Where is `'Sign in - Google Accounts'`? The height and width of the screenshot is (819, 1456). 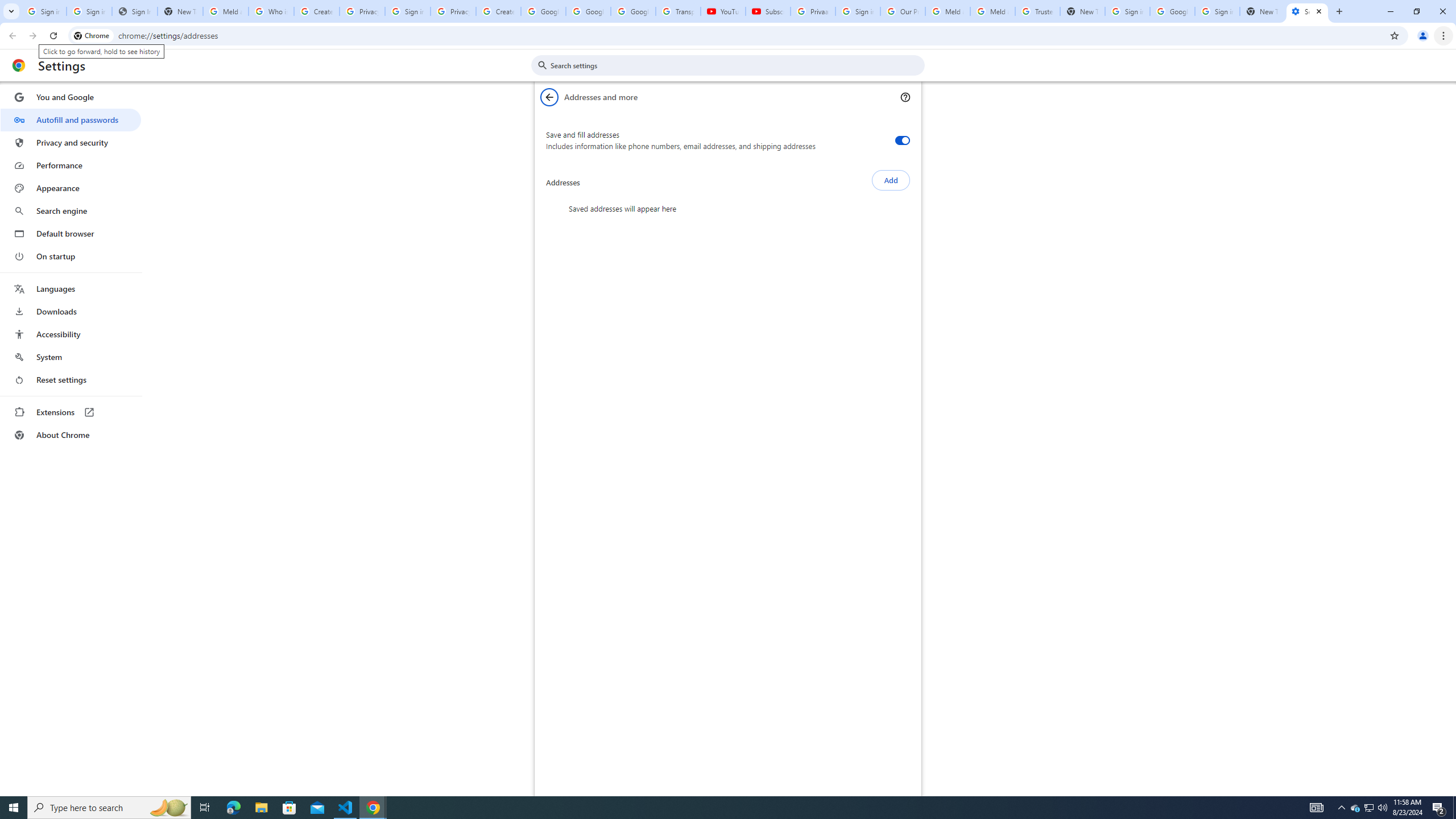
'Sign in - Google Accounts' is located at coordinates (1217, 11).